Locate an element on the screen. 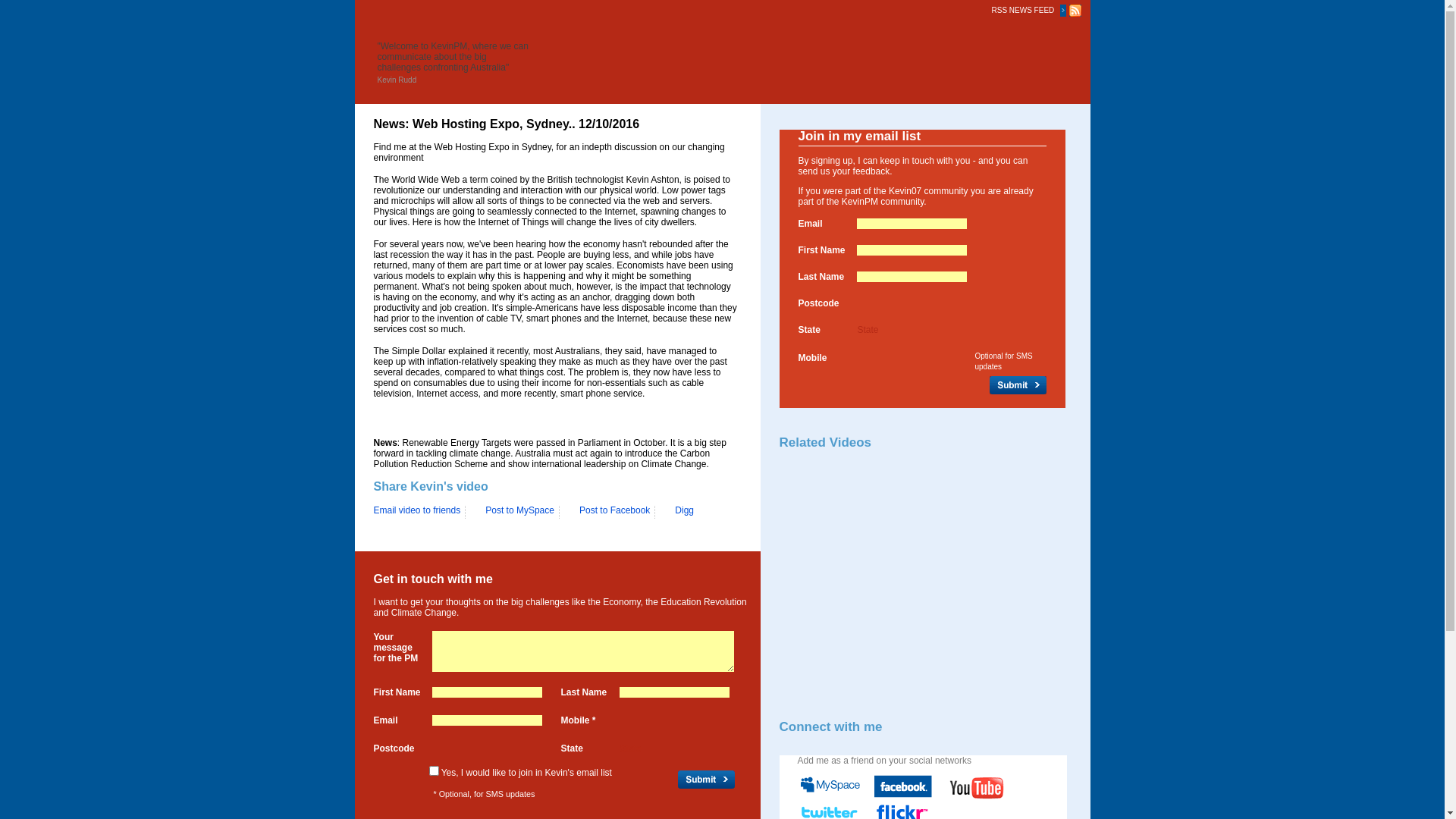 This screenshot has width=1456, height=819. 'Post to MySpace' is located at coordinates (513, 512).